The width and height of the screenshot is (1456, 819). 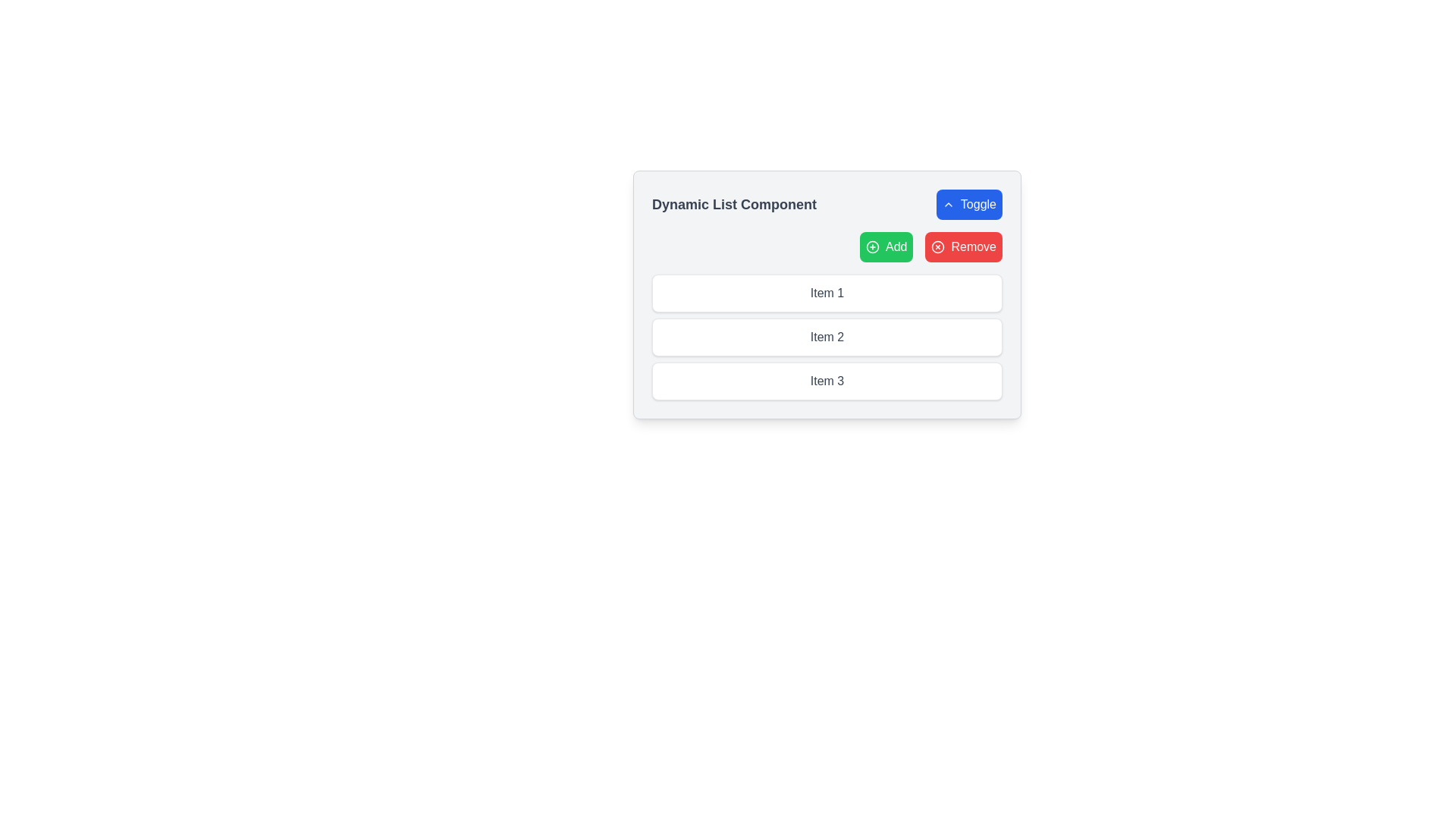 What do you see at coordinates (937, 246) in the screenshot?
I see `the circular graphical element in the upper-right corner of the SVG icon that indicates cancellation or error functionality` at bounding box center [937, 246].